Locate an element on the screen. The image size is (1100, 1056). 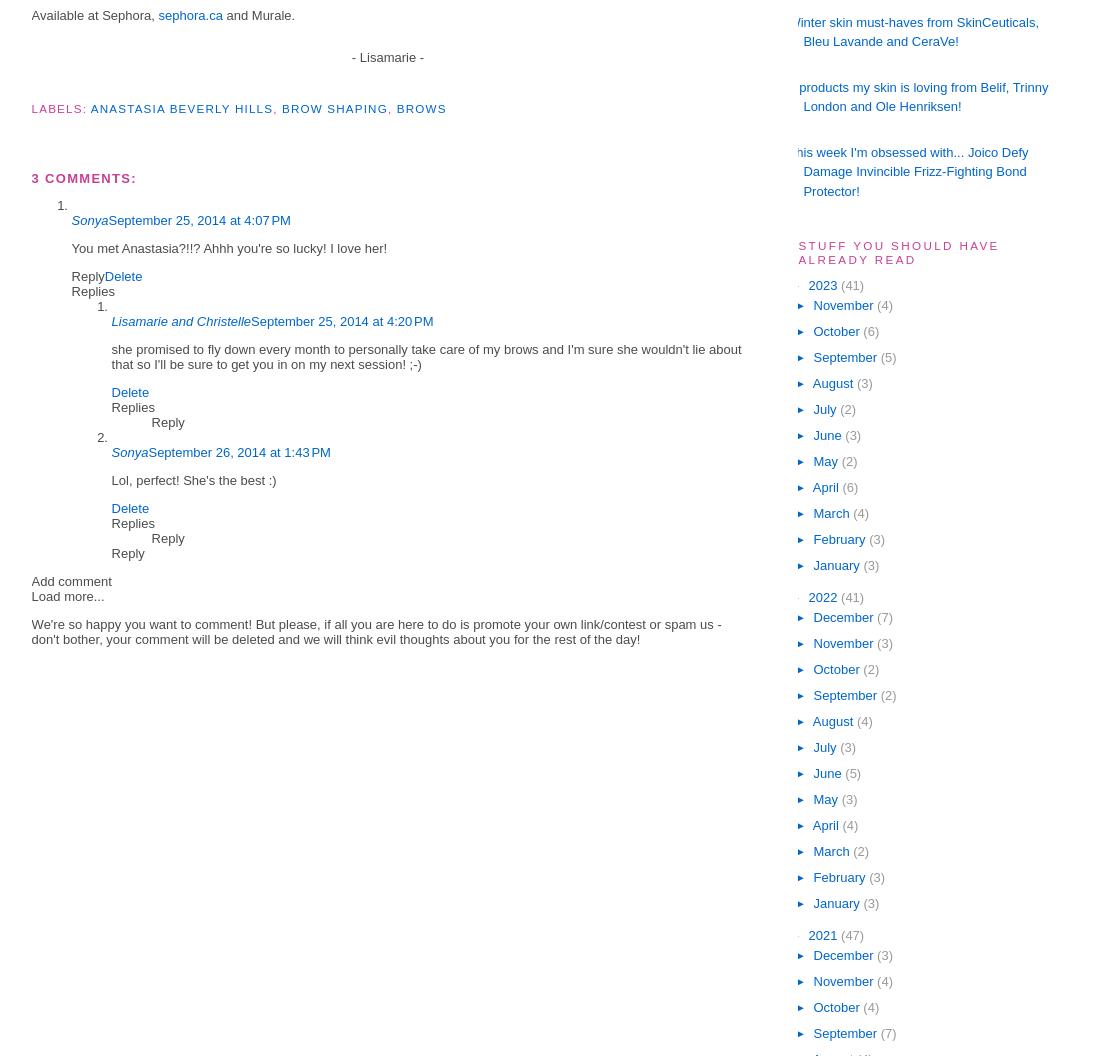
'3 products my skin is loving from Belif, Trinny London and Ole Henriksen!' is located at coordinates (917, 95).